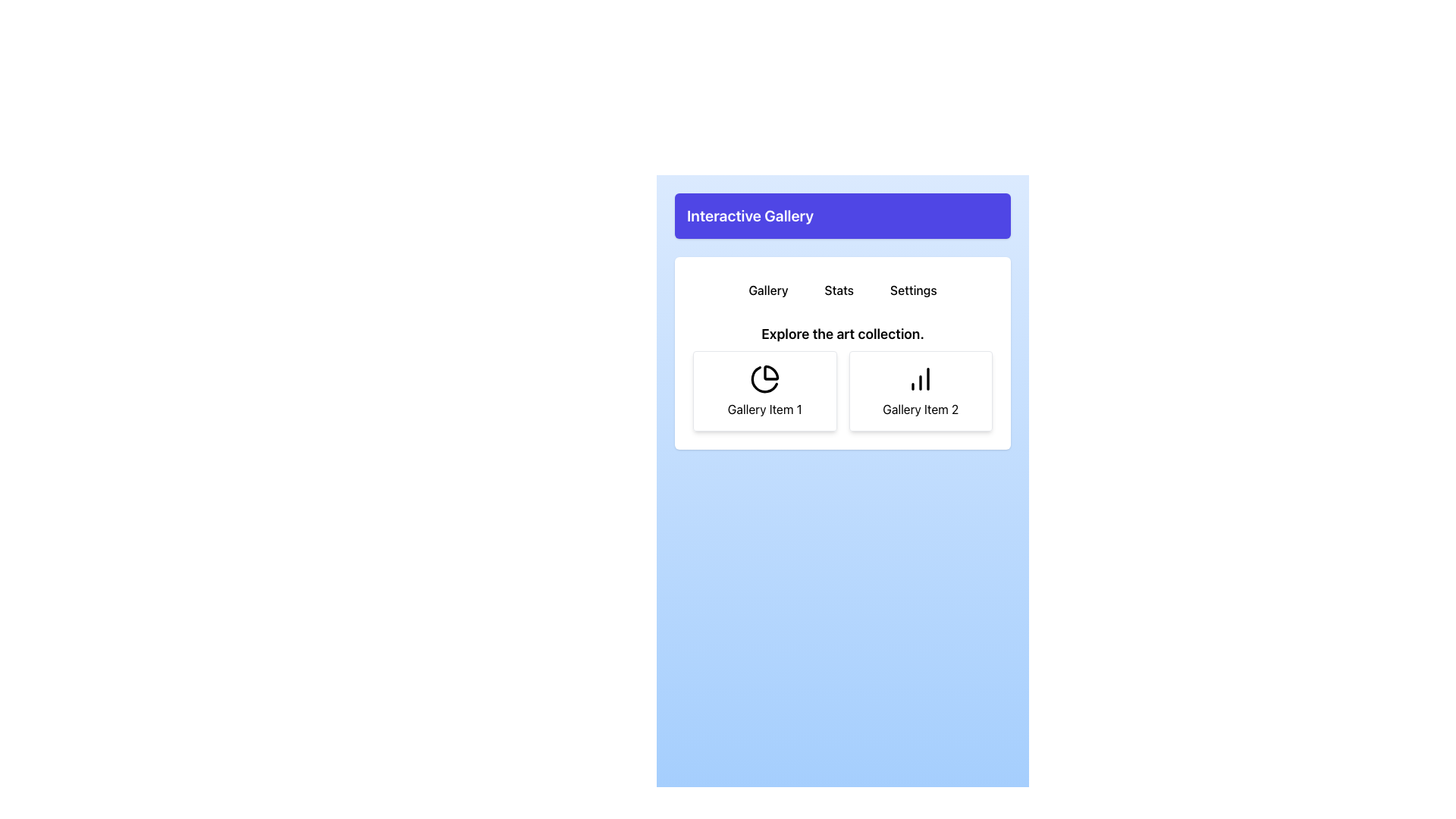 This screenshot has height=819, width=1456. What do you see at coordinates (750, 216) in the screenshot?
I see `the 'Interactive Gallery' text label, which is styled with a bold font and located within a purple header bar at the top of the interface` at bounding box center [750, 216].